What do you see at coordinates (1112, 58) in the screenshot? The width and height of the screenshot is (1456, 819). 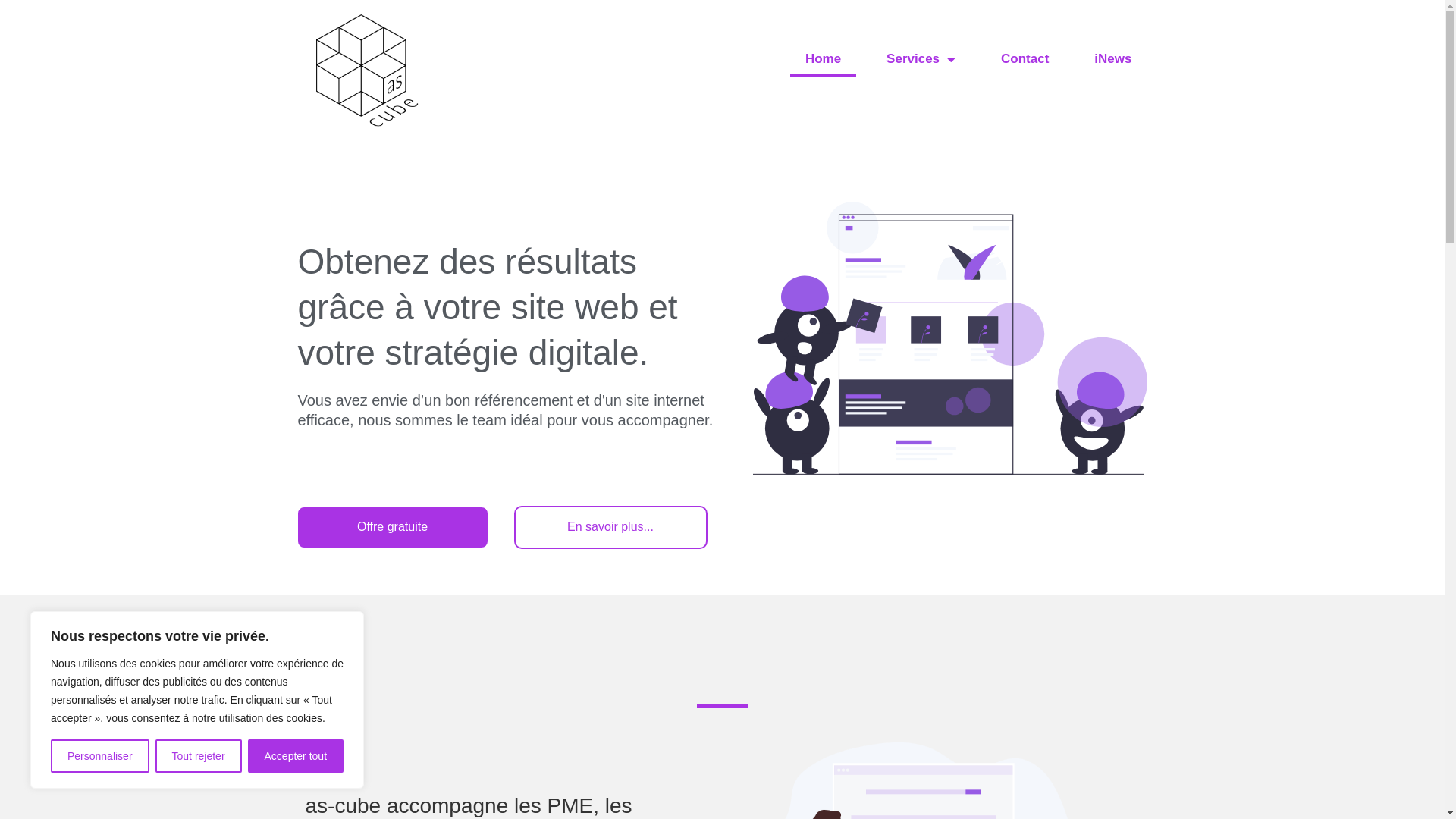 I see `'iNews'` at bounding box center [1112, 58].